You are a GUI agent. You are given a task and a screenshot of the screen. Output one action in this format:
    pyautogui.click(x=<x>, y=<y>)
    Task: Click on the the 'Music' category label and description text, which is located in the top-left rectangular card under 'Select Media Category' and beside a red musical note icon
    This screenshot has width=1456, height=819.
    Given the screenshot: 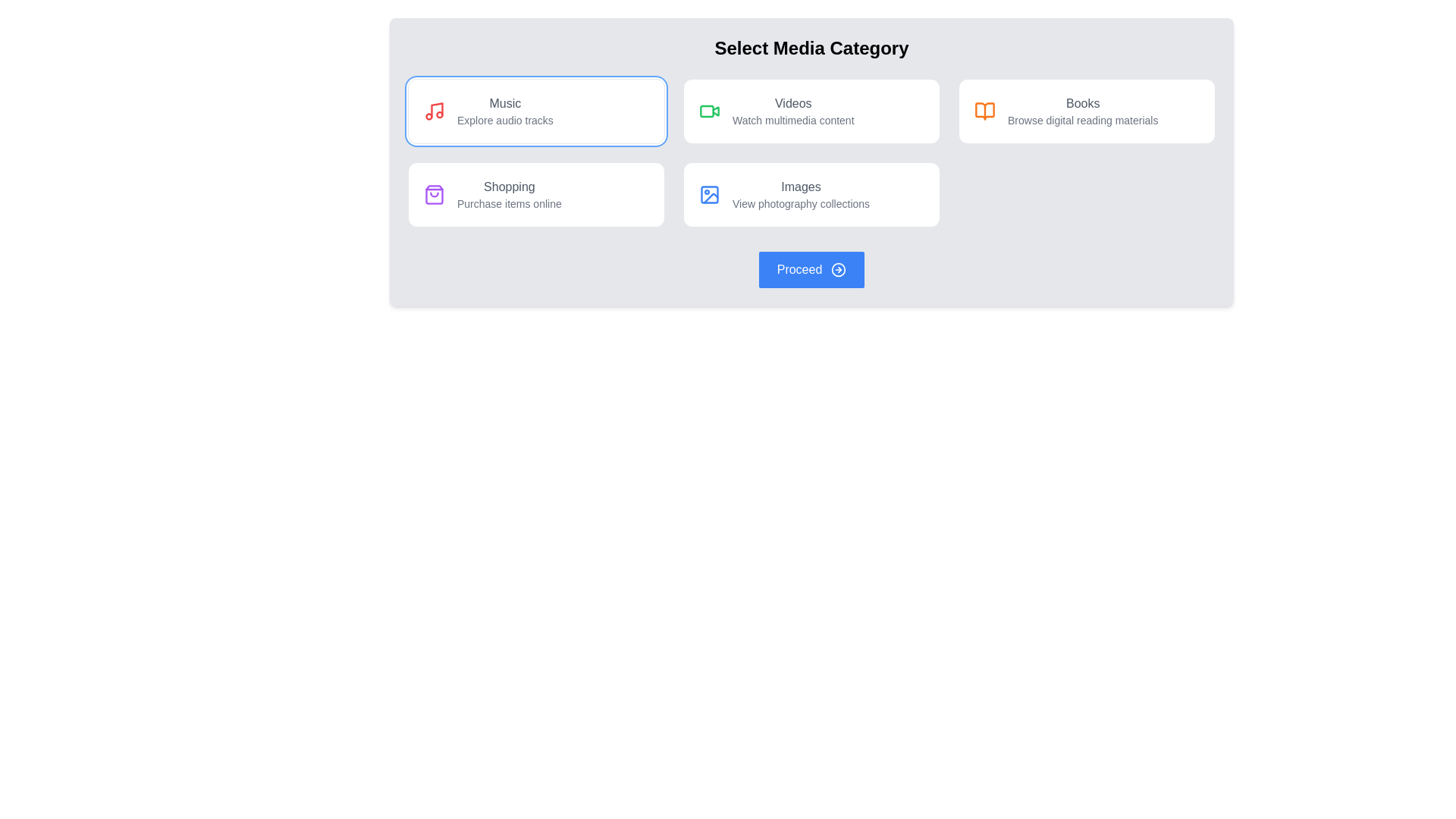 What is the action you would take?
    pyautogui.click(x=505, y=110)
    